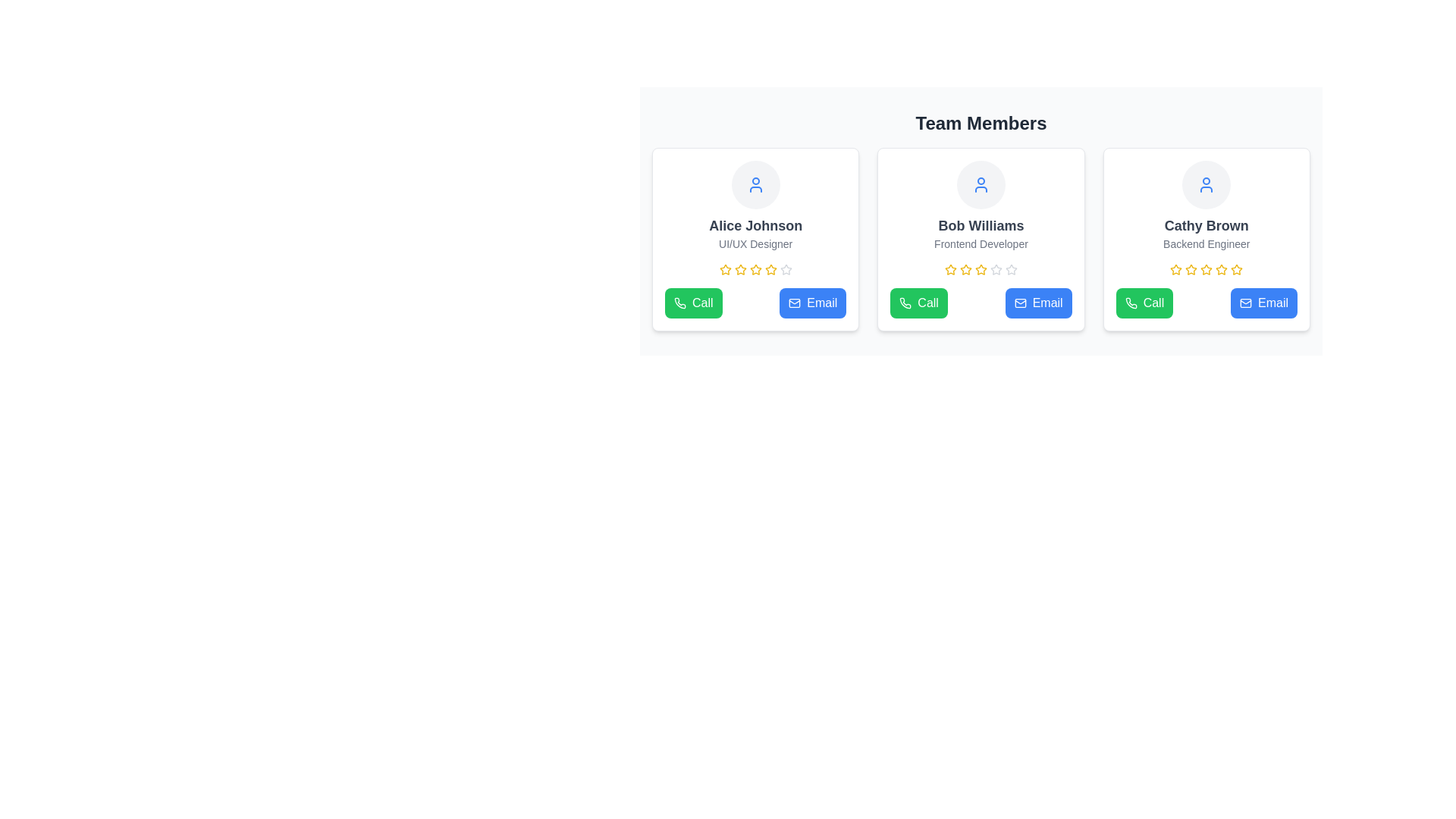  What do you see at coordinates (981, 184) in the screenshot?
I see `the blue-colored user profile icon representing 'Bob Williams', which is situated above his name within a circular light gray background in the middle card of a three-card layout` at bounding box center [981, 184].